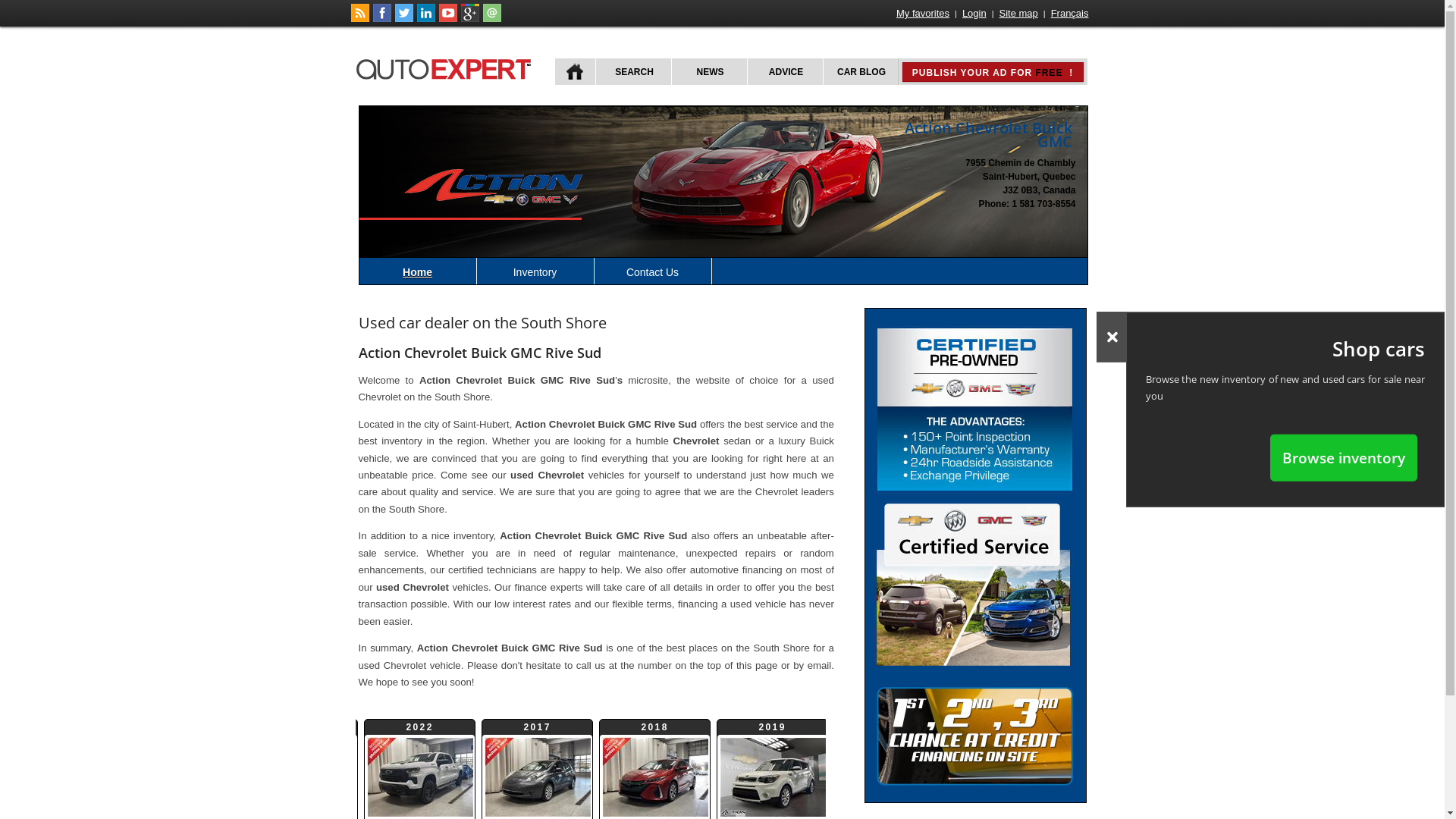 This screenshot has height=819, width=1456. What do you see at coordinates (1018, 13) in the screenshot?
I see `'Site map'` at bounding box center [1018, 13].